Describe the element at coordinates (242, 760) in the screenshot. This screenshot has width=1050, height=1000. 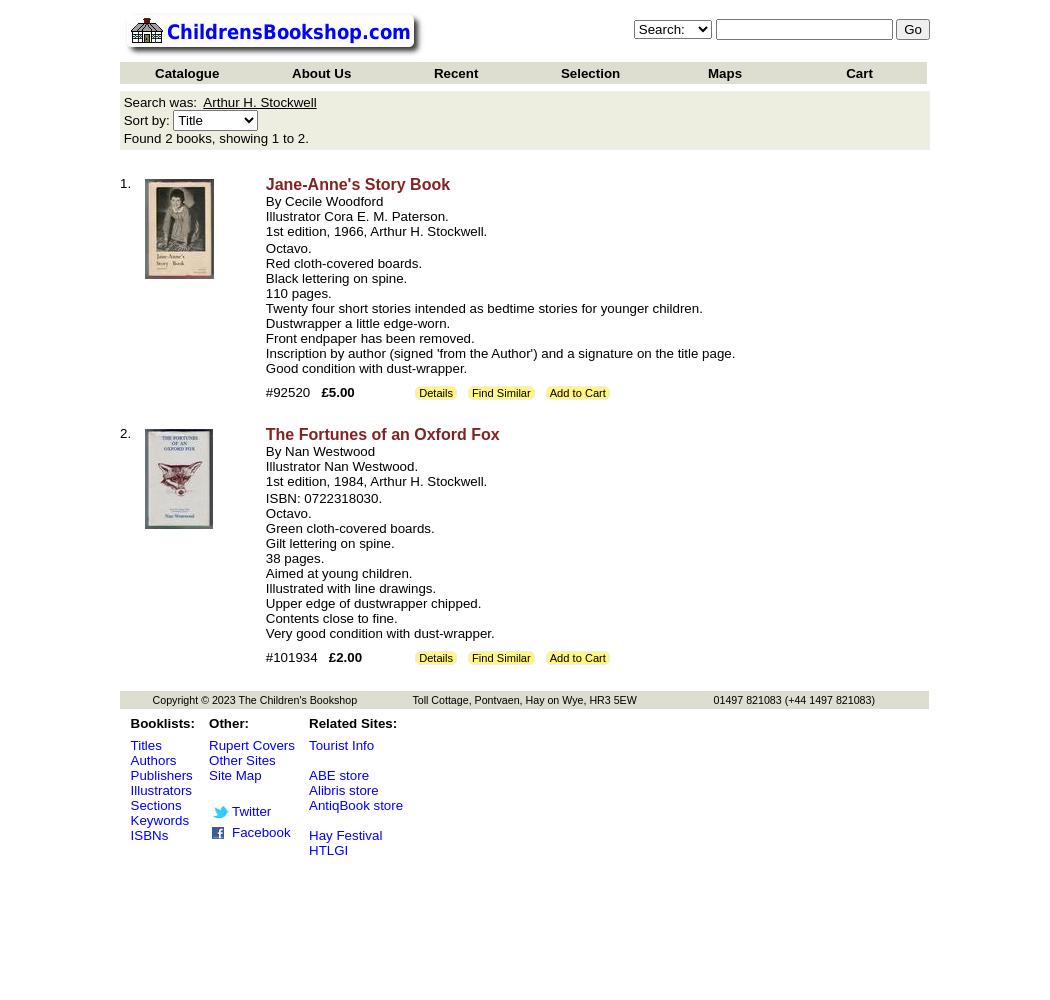
I see `'Other Sites'` at that location.